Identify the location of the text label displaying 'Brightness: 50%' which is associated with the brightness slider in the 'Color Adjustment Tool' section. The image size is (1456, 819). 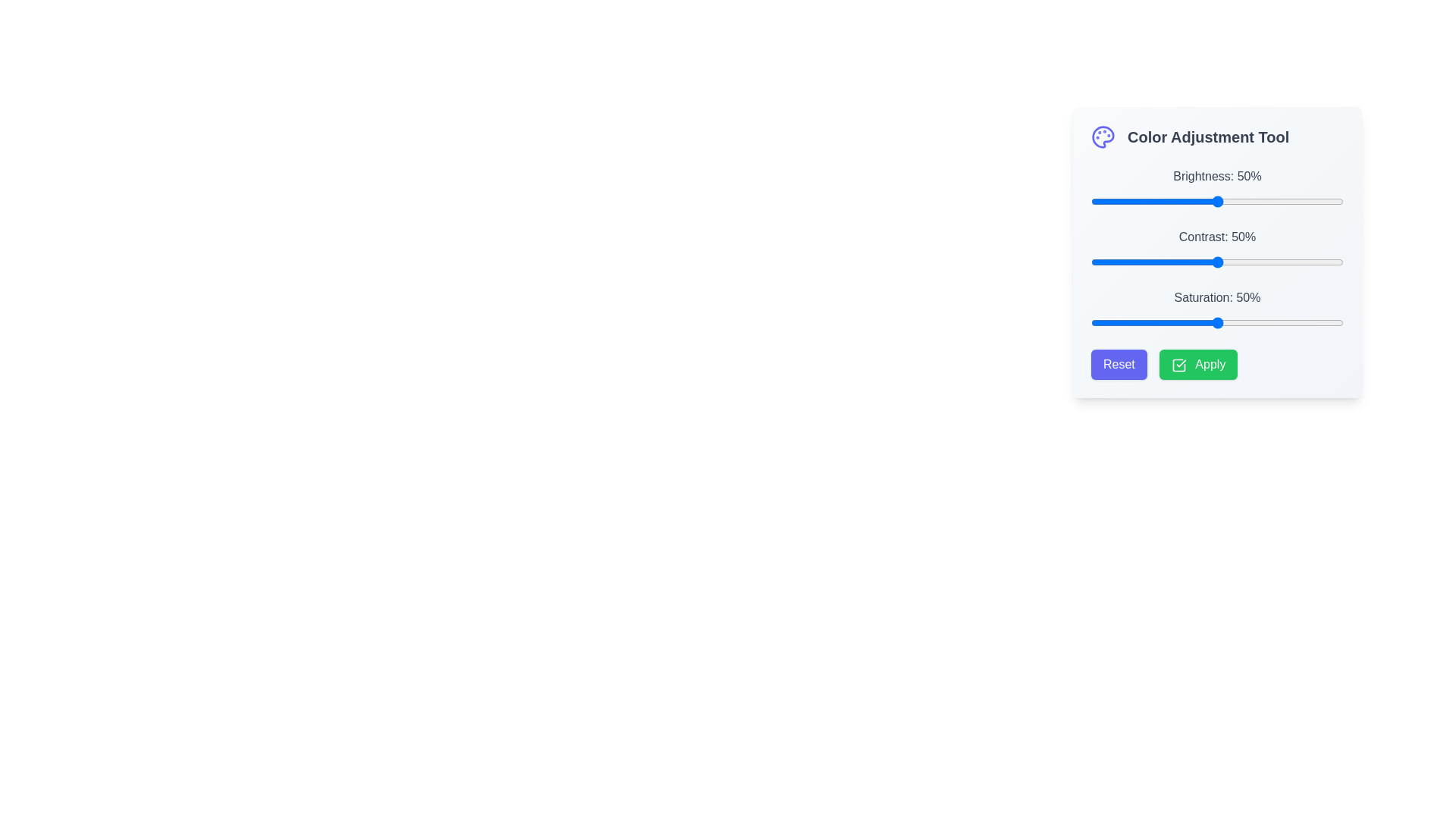
(1217, 175).